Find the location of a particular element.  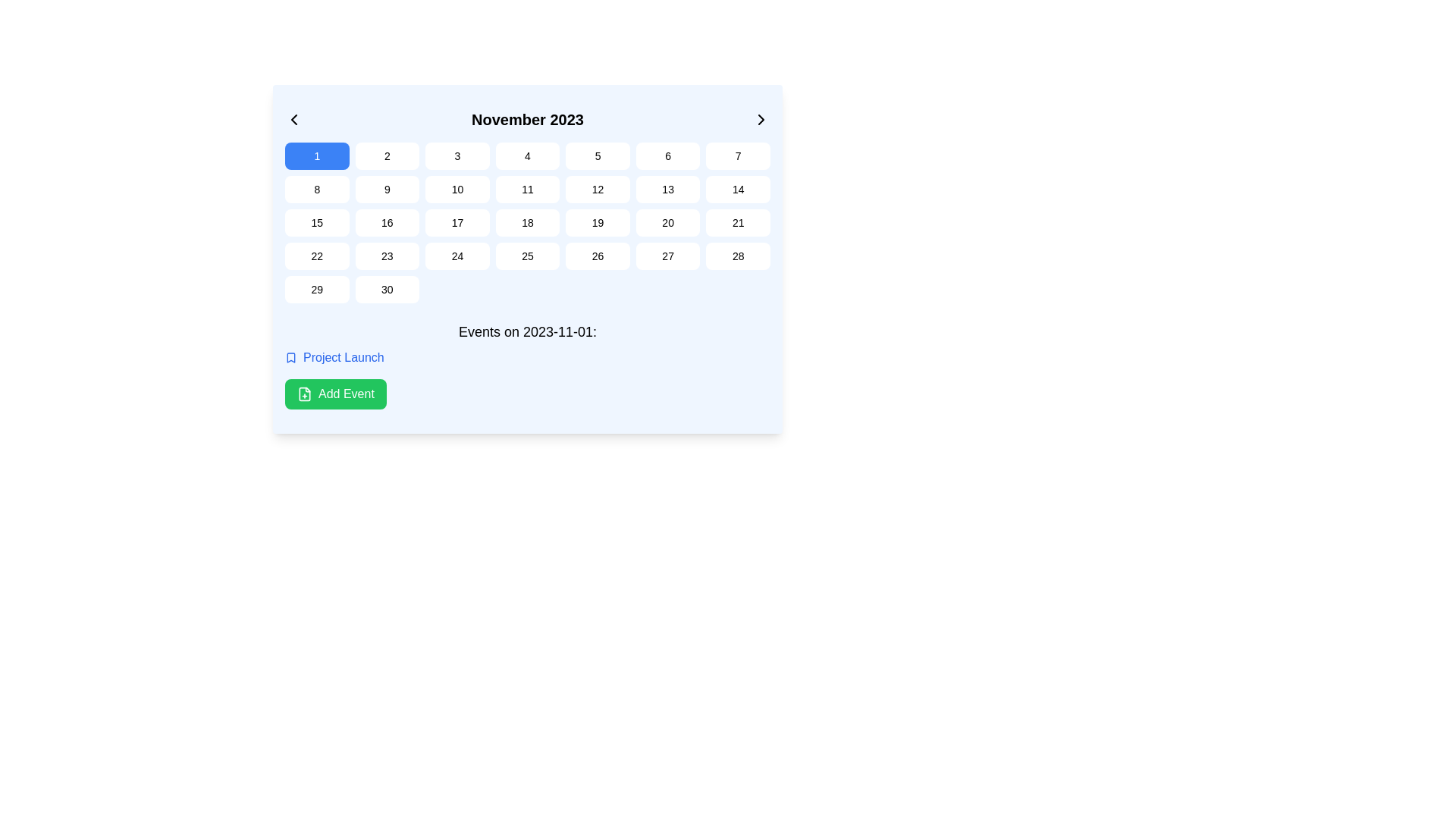

on the calendar date button representing the date '28' located in the seventh column of the fourth row is located at coordinates (738, 256).